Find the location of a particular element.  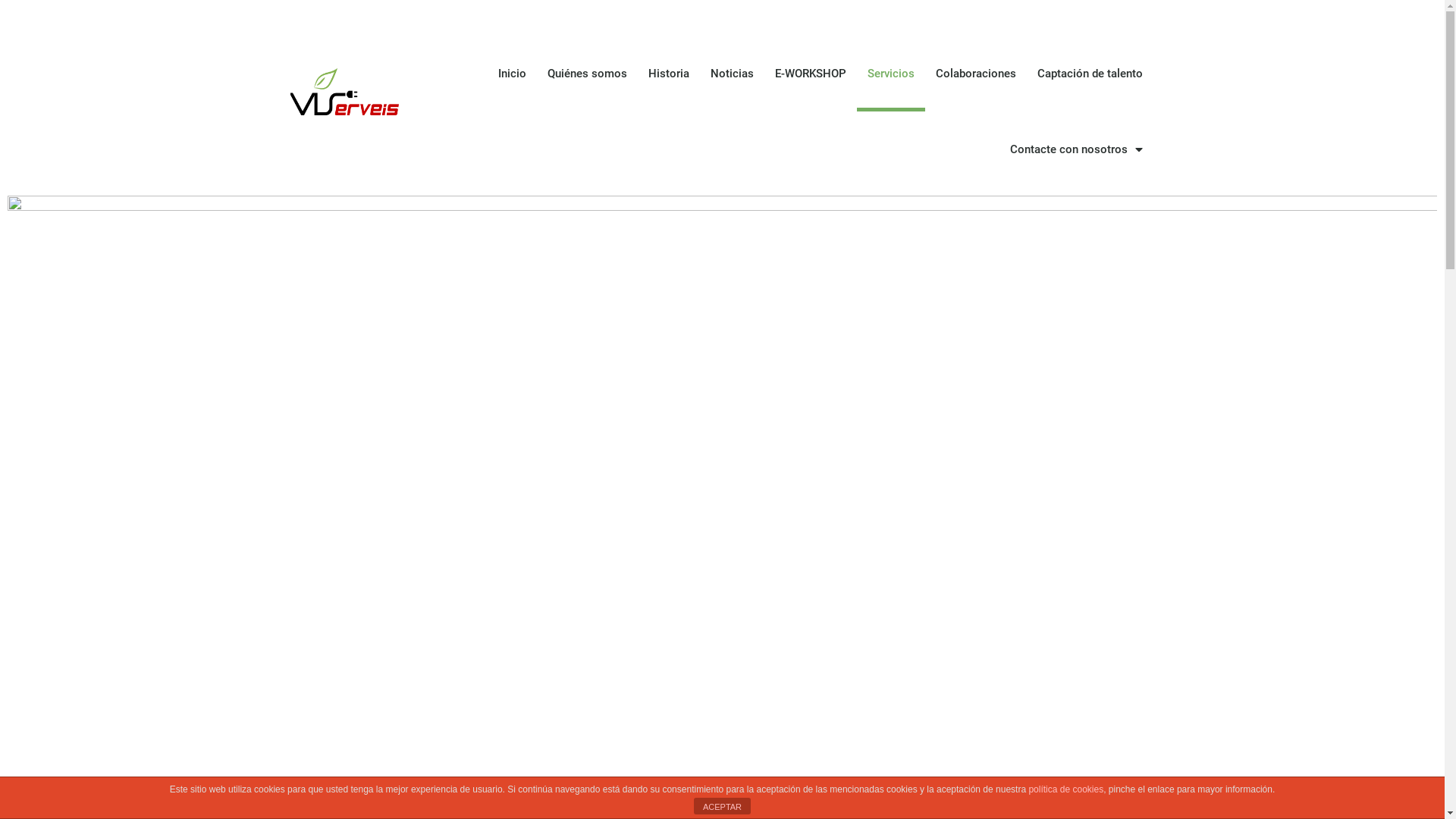

'ACEPTAR' is located at coordinates (693, 805).